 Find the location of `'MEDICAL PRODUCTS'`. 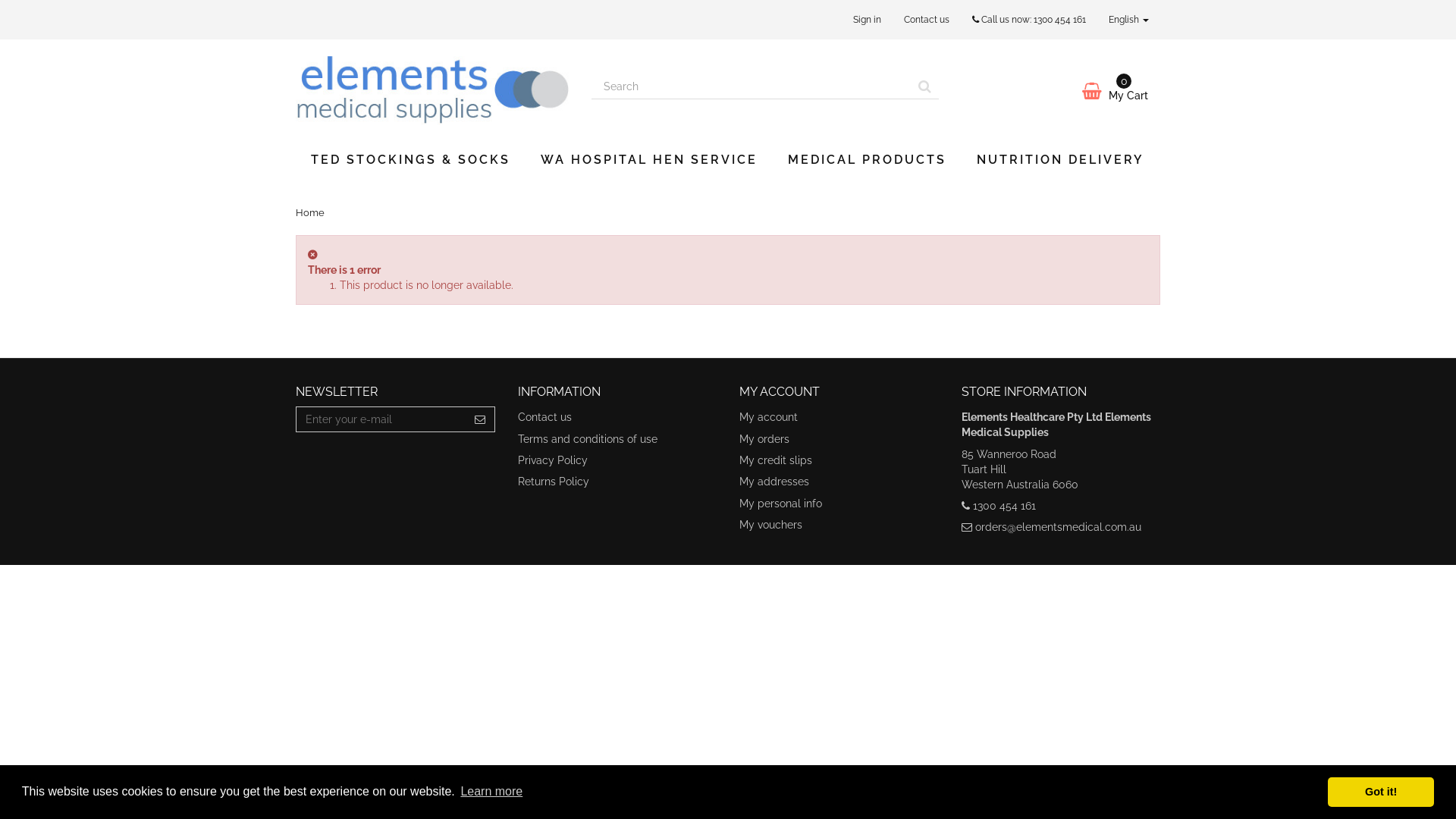

'MEDICAL PRODUCTS' is located at coordinates (867, 160).